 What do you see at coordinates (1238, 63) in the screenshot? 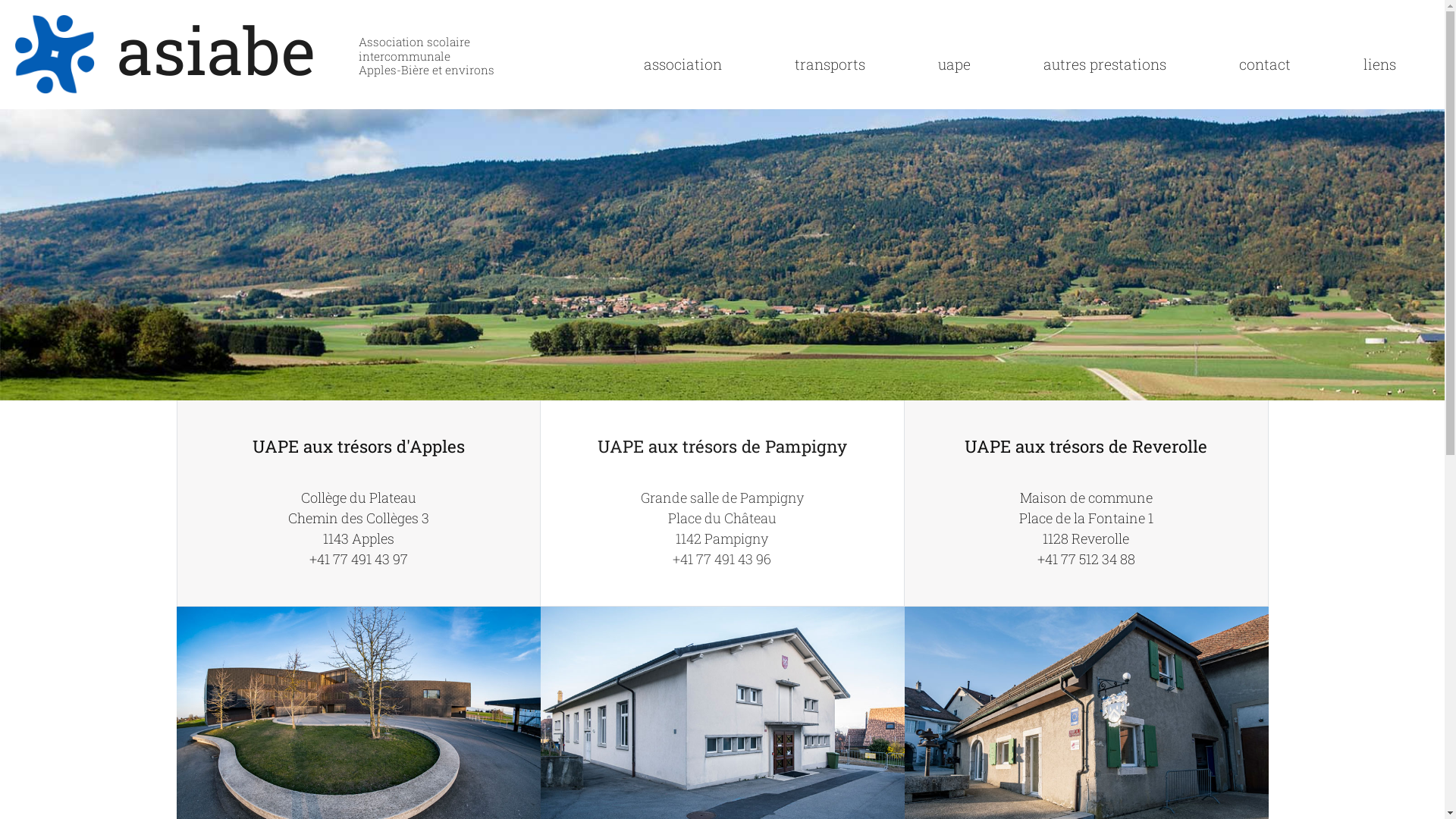
I see `'contact'` at bounding box center [1238, 63].